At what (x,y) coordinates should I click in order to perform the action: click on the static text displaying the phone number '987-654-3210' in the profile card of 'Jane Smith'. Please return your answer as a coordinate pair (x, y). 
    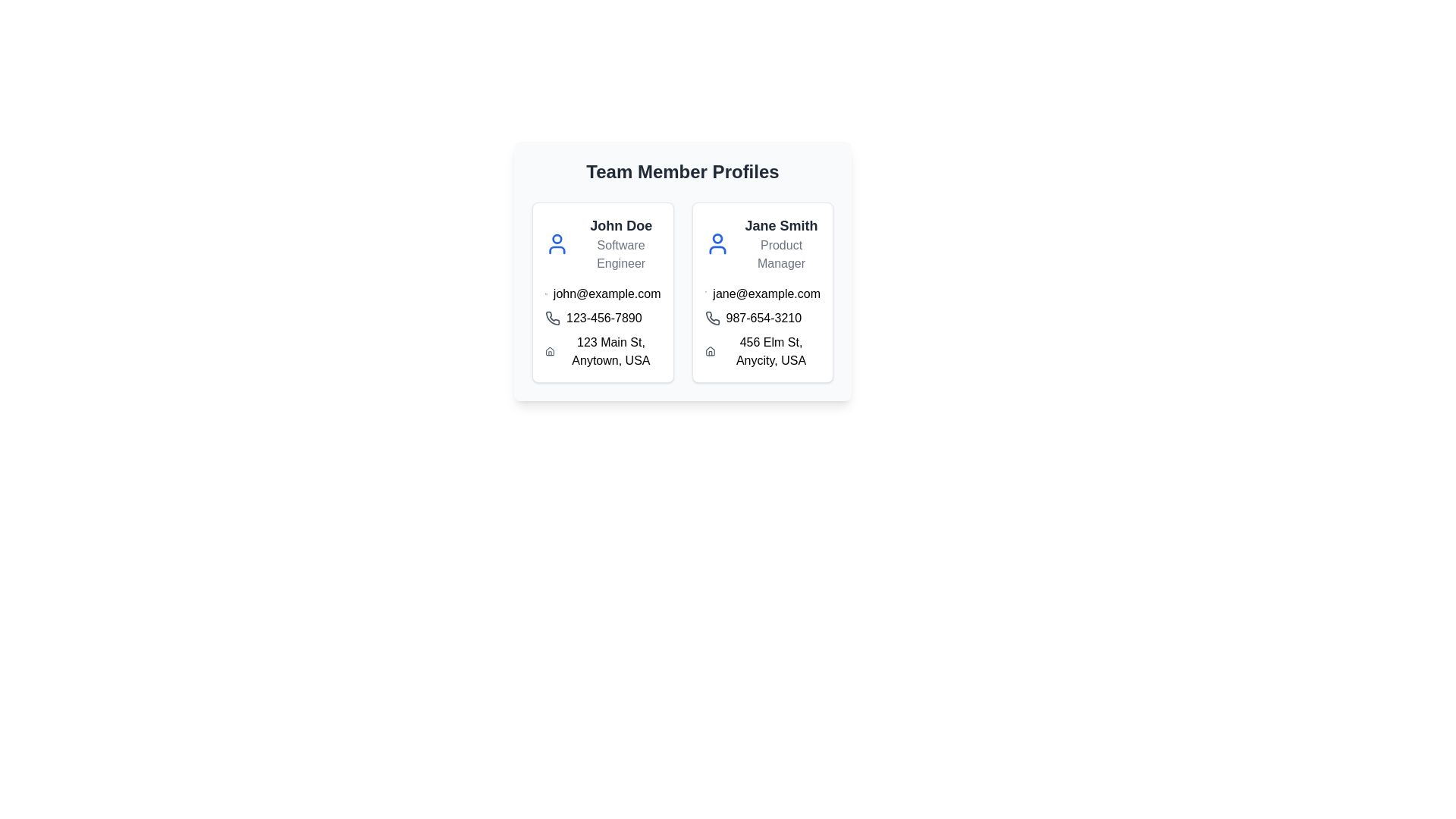
    Looking at the image, I should click on (762, 318).